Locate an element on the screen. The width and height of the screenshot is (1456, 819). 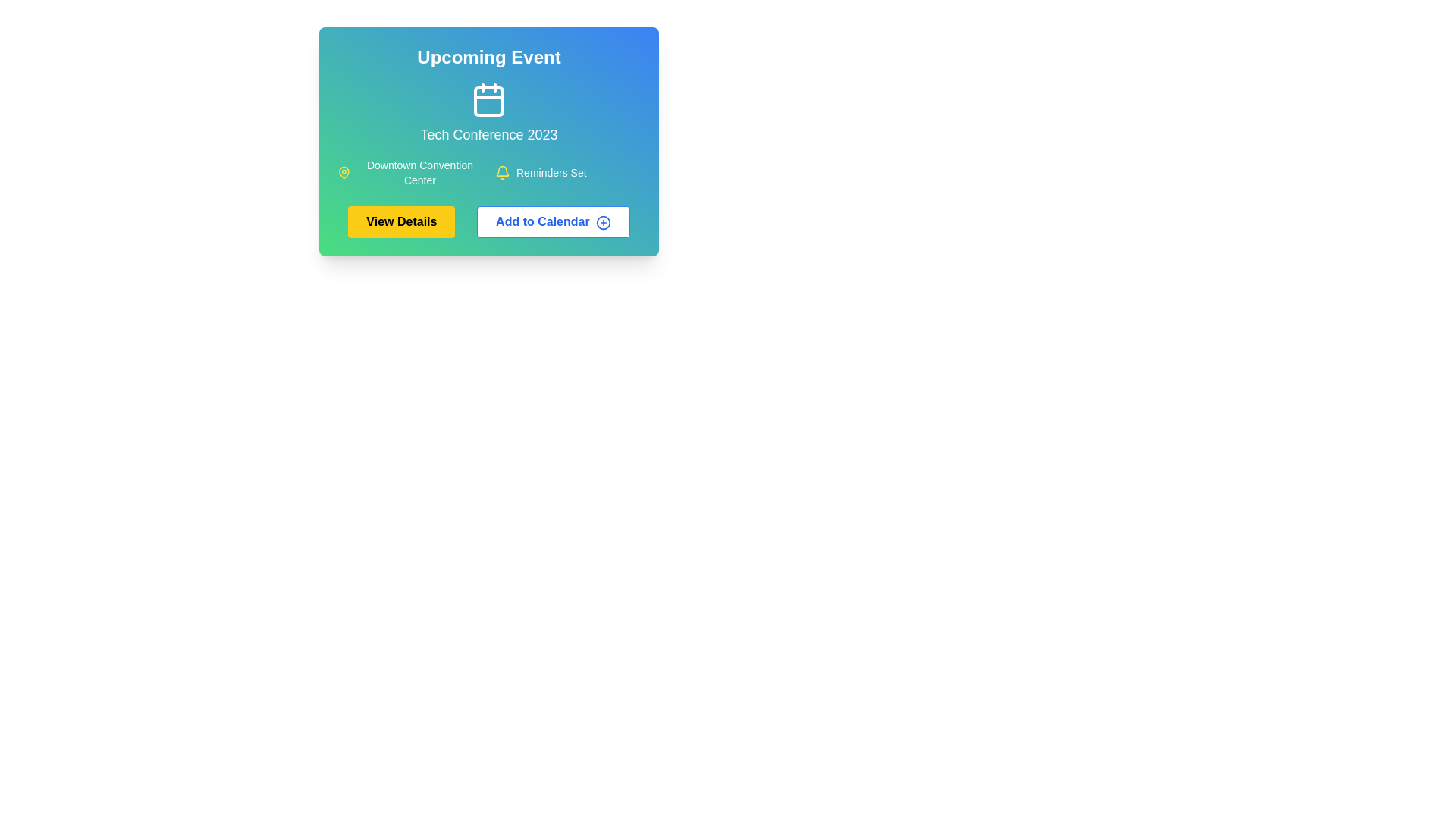
the add event icon located to the right of the 'Add to Calendar' text within the button at the bottom of the card UI section is located at coordinates (602, 222).